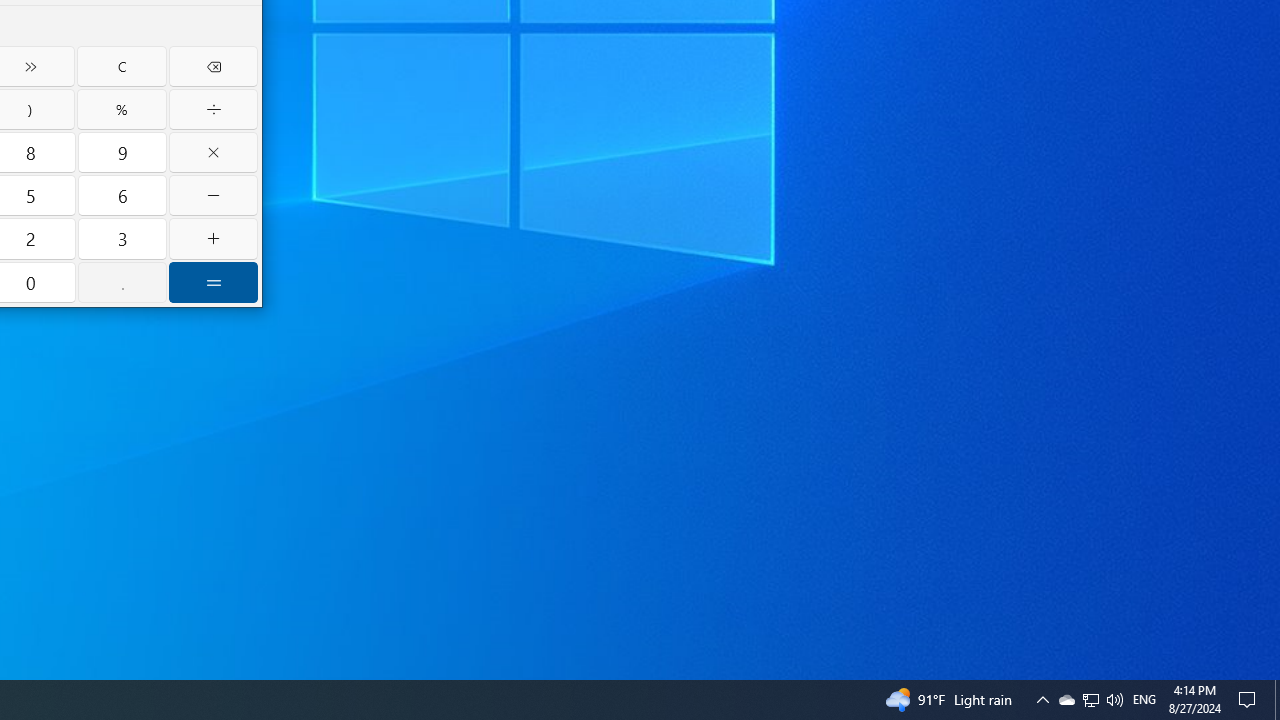 This screenshot has width=1280, height=720. What do you see at coordinates (213, 65) in the screenshot?
I see `'Backspace'` at bounding box center [213, 65].